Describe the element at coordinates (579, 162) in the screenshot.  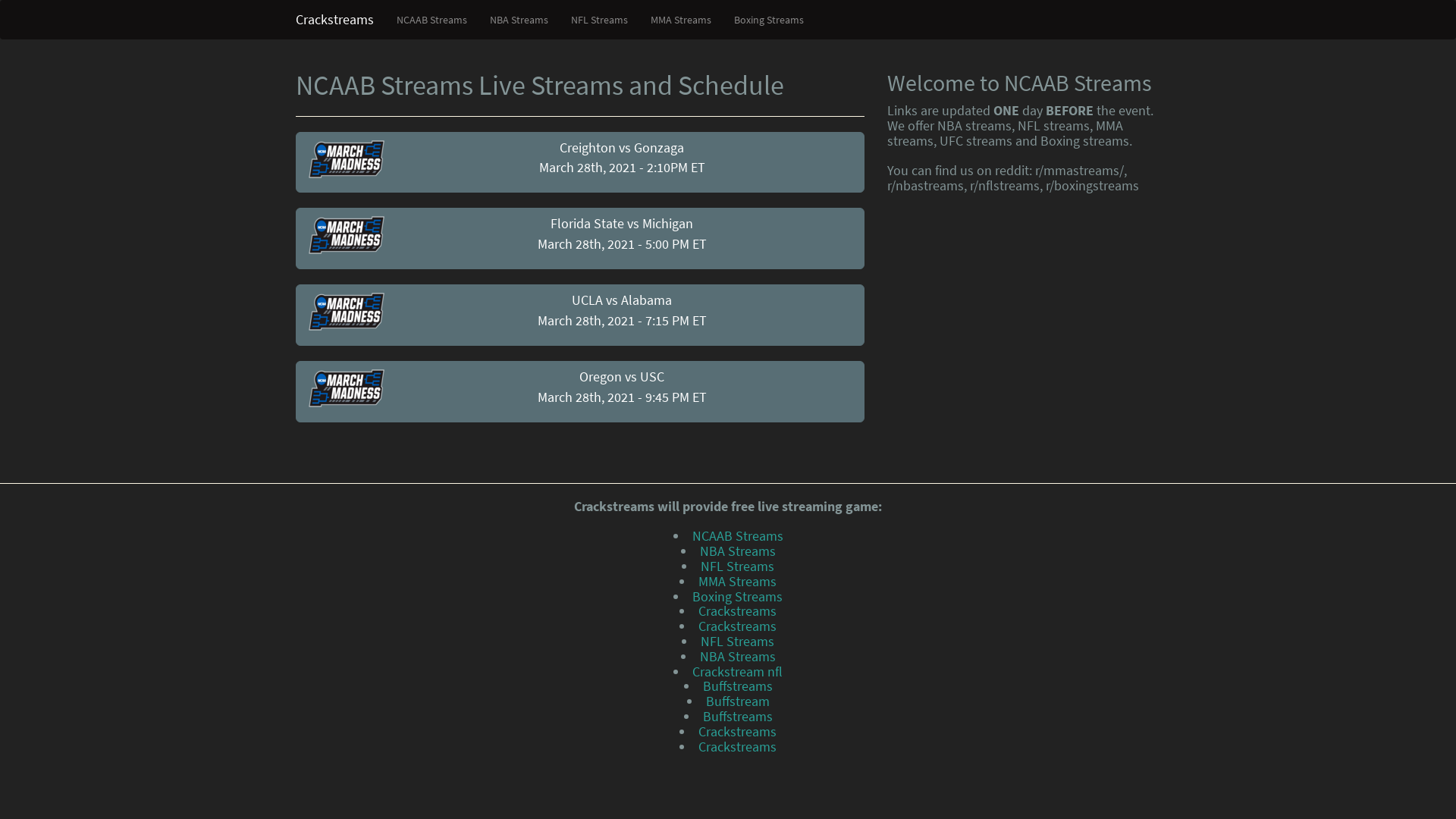
I see `'Creighton vs Gonzaga` at that location.